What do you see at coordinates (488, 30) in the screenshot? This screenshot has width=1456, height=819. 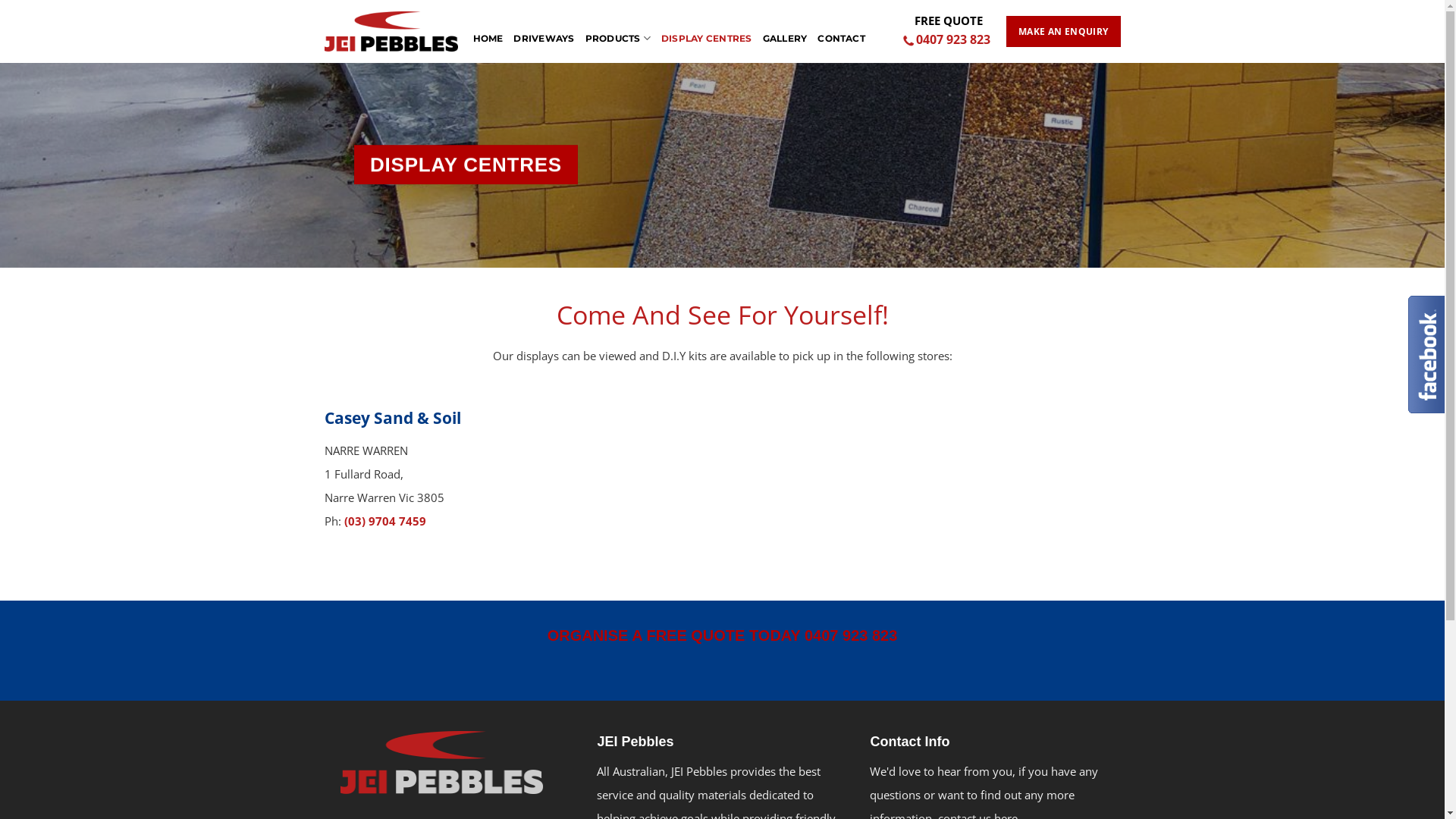 I see `'HOME'` at bounding box center [488, 30].